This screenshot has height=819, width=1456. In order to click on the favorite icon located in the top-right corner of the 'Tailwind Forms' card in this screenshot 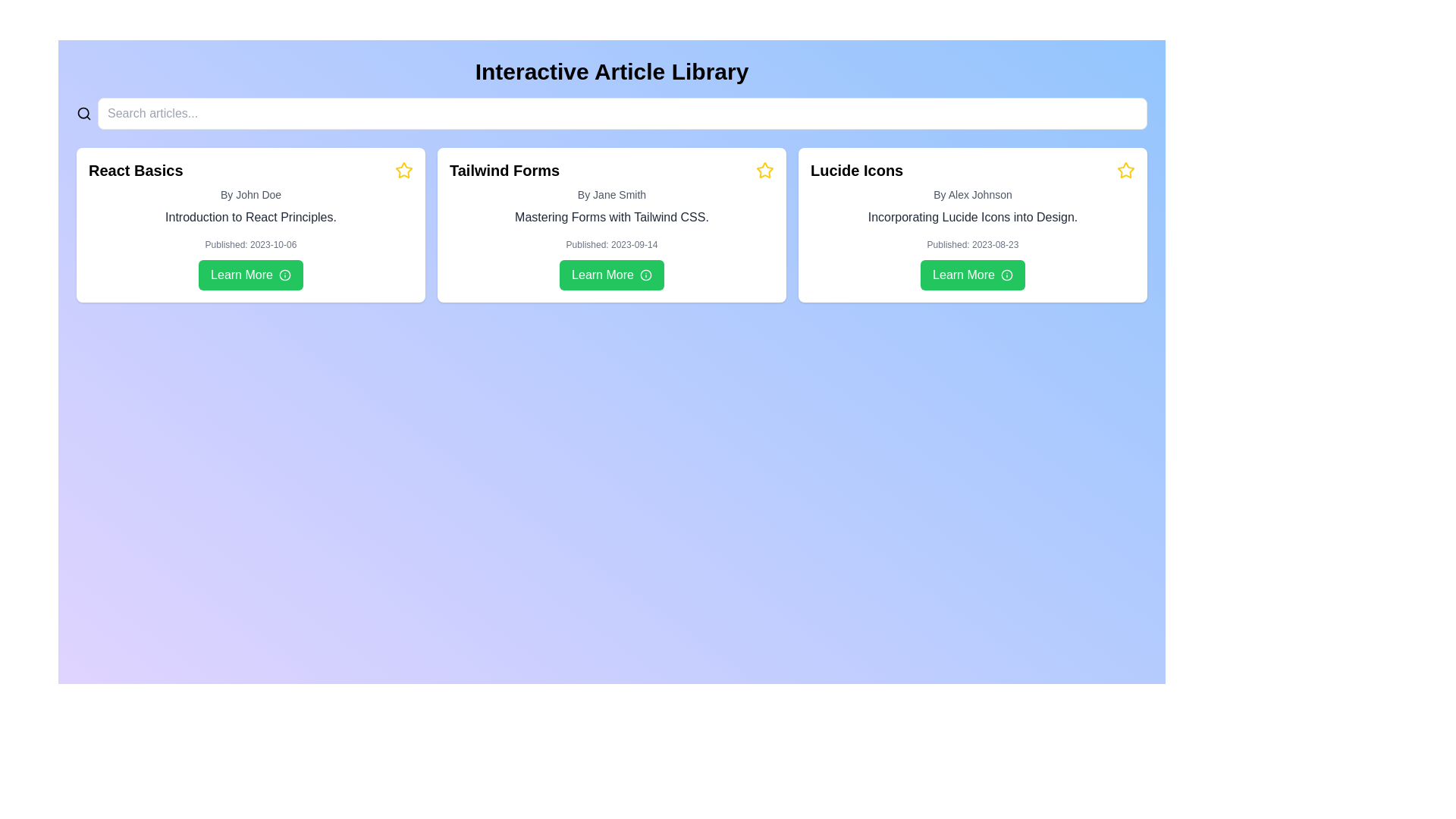, I will do `click(764, 170)`.